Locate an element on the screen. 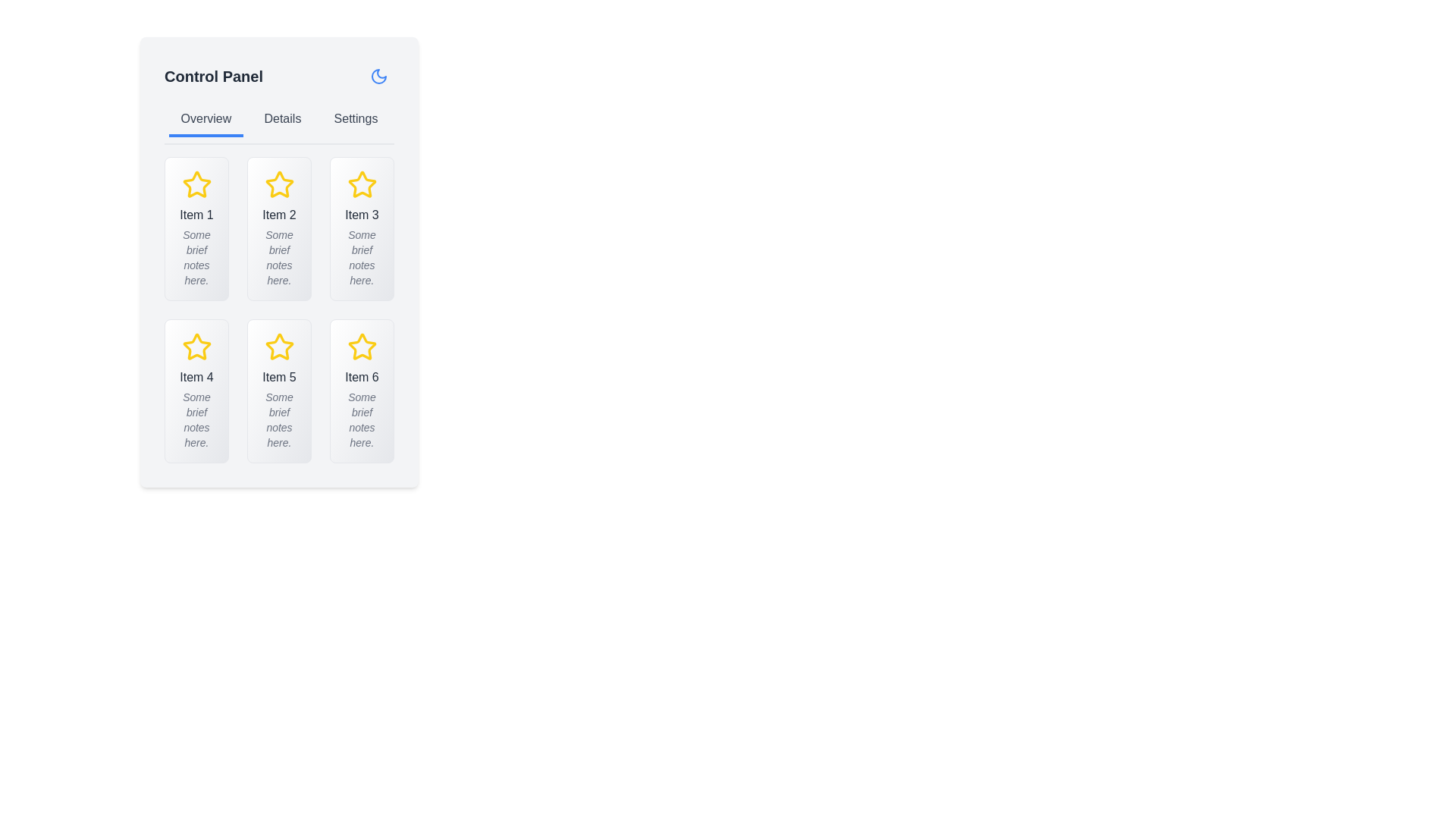 This screenshot has width=1456, height=819. text label styled in small italicized gray font that reads 'Some brief notes here.' located under the larger label 'Item 4.' is located at coordinates (196, 420).